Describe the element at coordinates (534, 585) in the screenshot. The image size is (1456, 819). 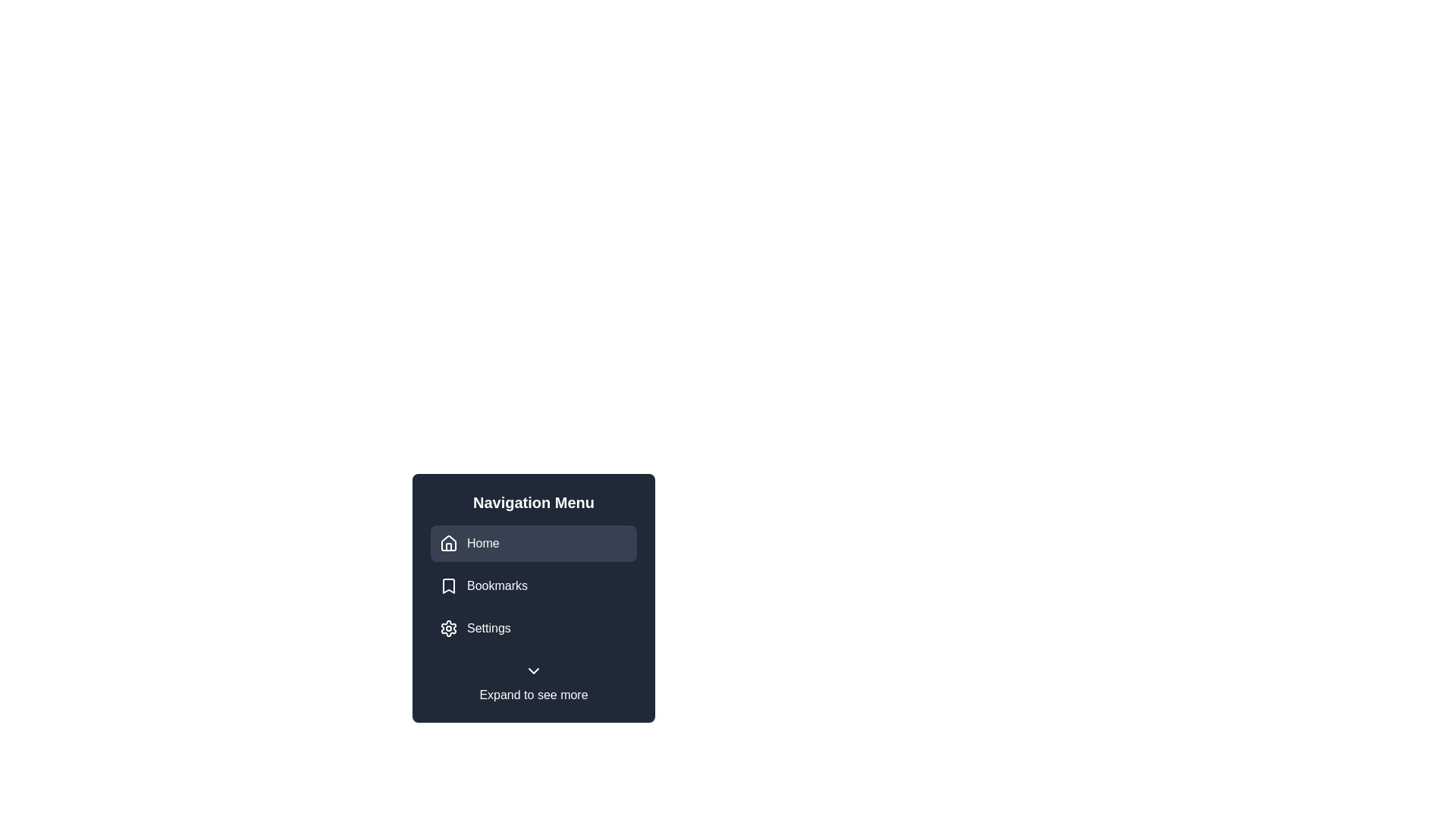
I see `the 'Bookmarks' menu item in the Navigation Menu` at that location.